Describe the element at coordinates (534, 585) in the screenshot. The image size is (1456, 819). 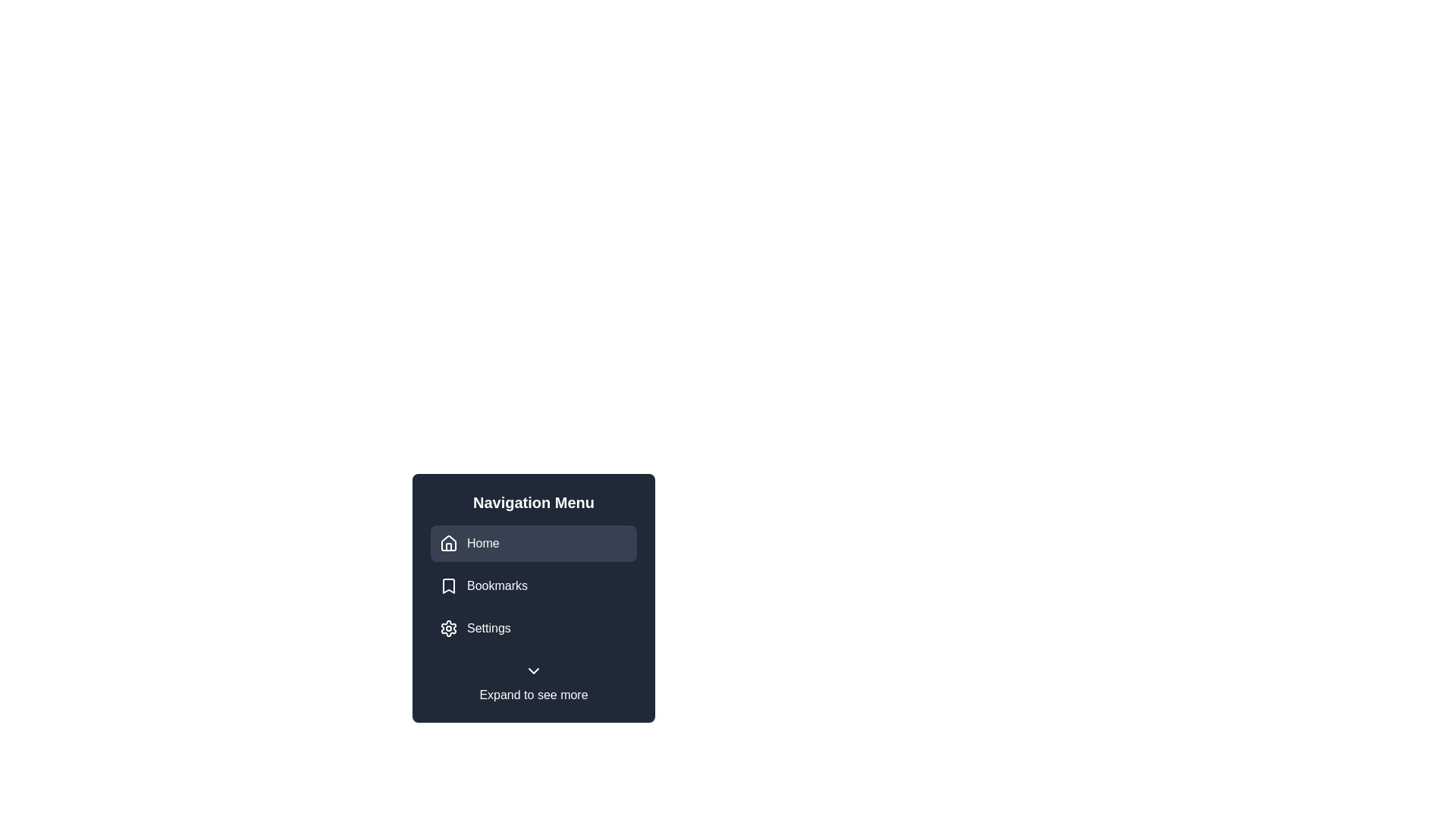
I see `the 'Bookmarks' menu item in the Navigation Menu` at that location.